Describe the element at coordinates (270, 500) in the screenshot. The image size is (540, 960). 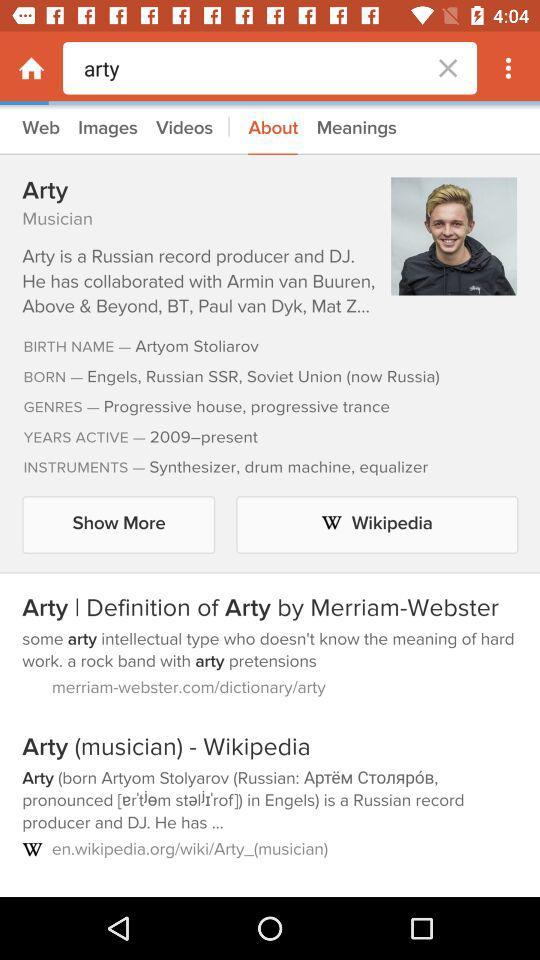
I see `webpage view` at that location.